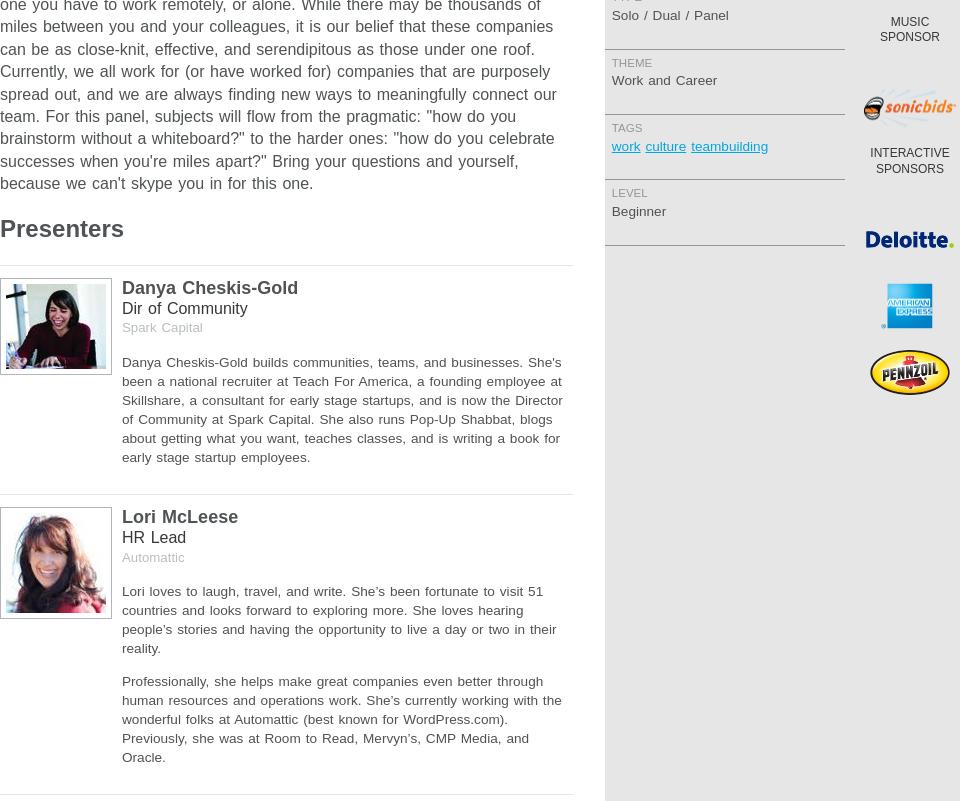 The image size is (960, 801). I want to click on 'Beginner', so click(637, 210).